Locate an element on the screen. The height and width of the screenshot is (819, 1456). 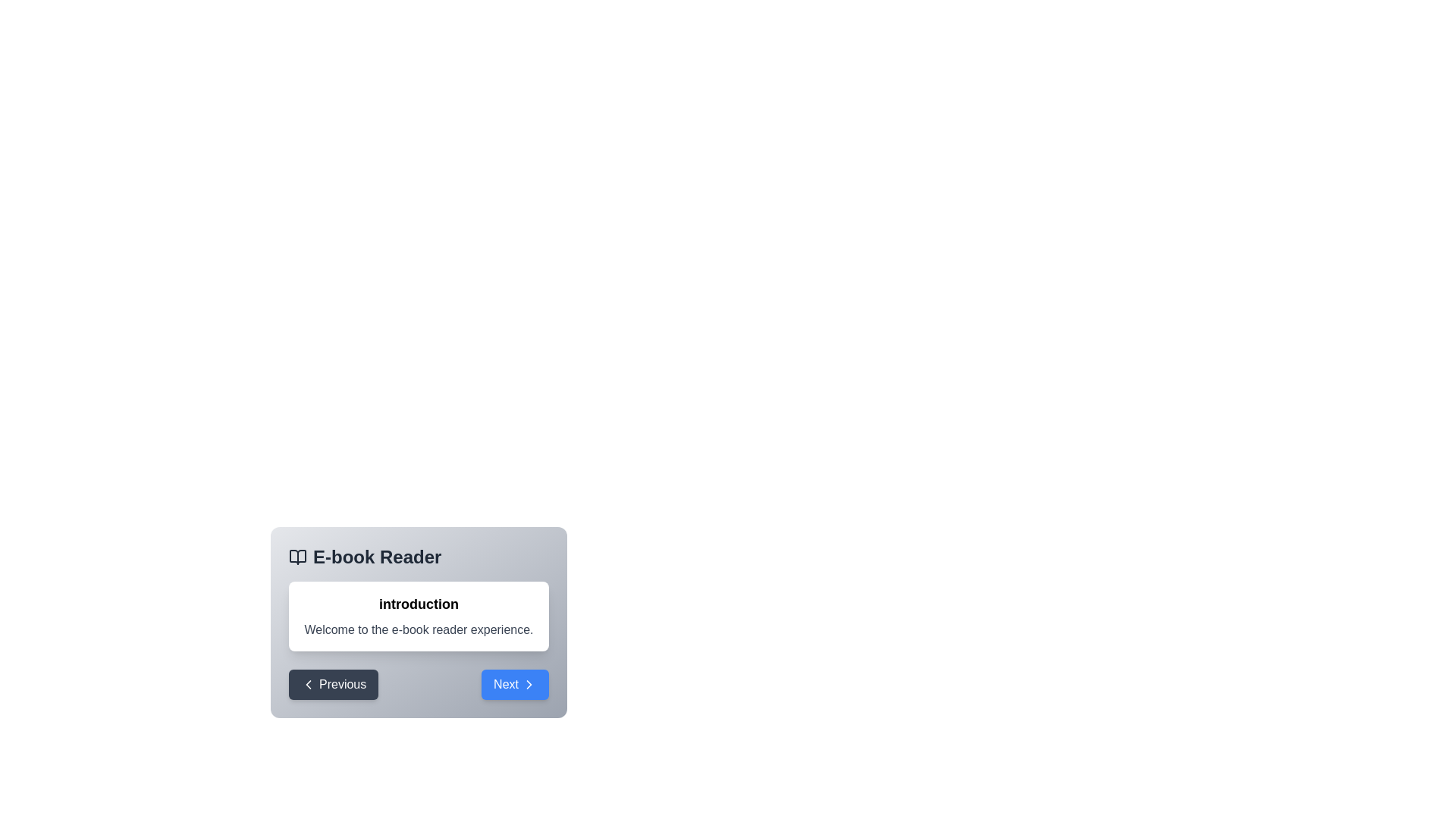
the left-pointing triangular arrow icon that is part of the graphical chevron icon located near the 'Previous' button at the bottom left corner of the dialog box is located at coordinates (308, 684).